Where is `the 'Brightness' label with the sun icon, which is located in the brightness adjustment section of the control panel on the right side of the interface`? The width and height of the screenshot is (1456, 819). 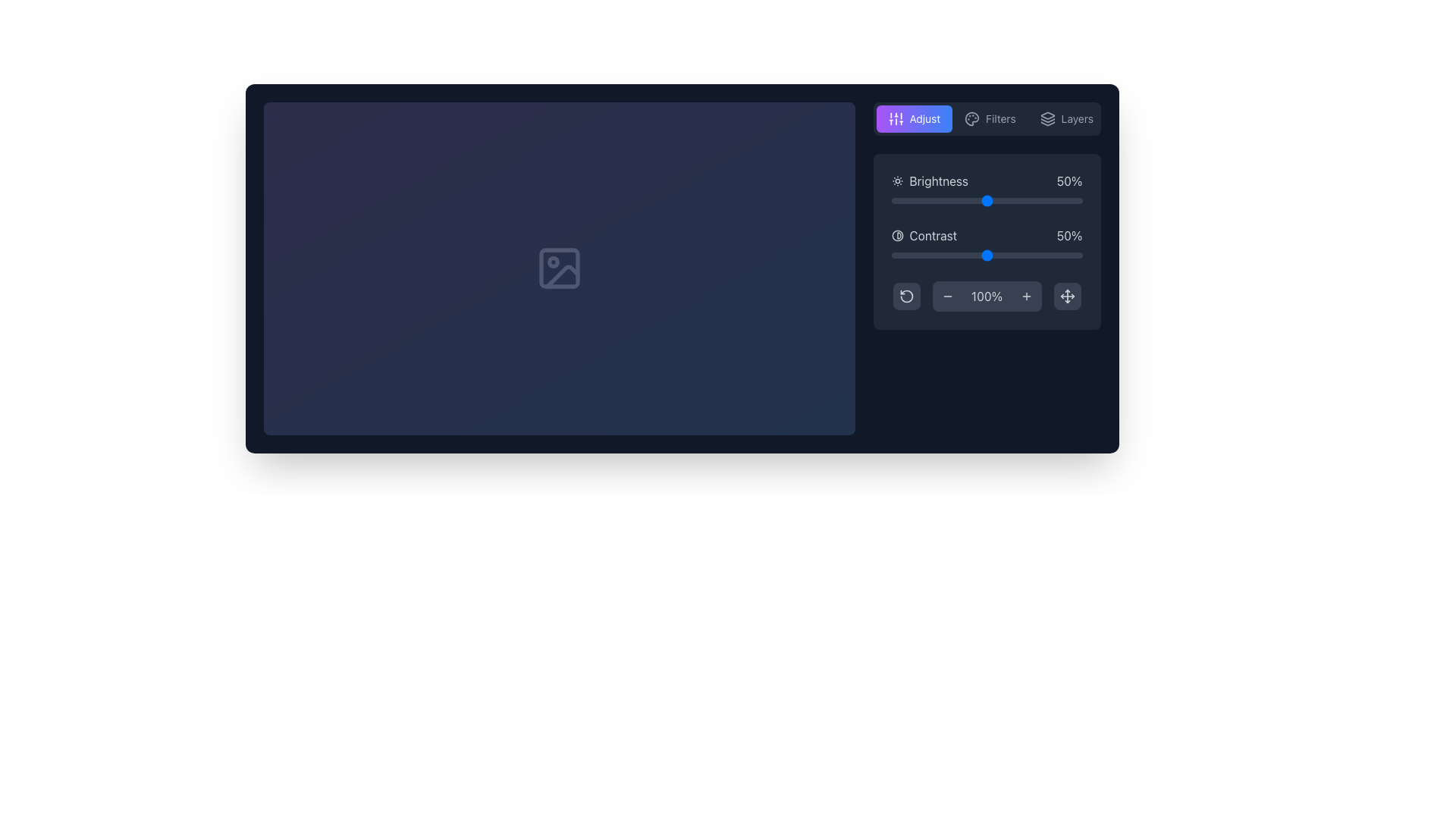 the 'Brightness' label with the sun icon, which is located in the brightness adjustment section of the control panel on the right side of the interface is located at coordinates (929, 180).